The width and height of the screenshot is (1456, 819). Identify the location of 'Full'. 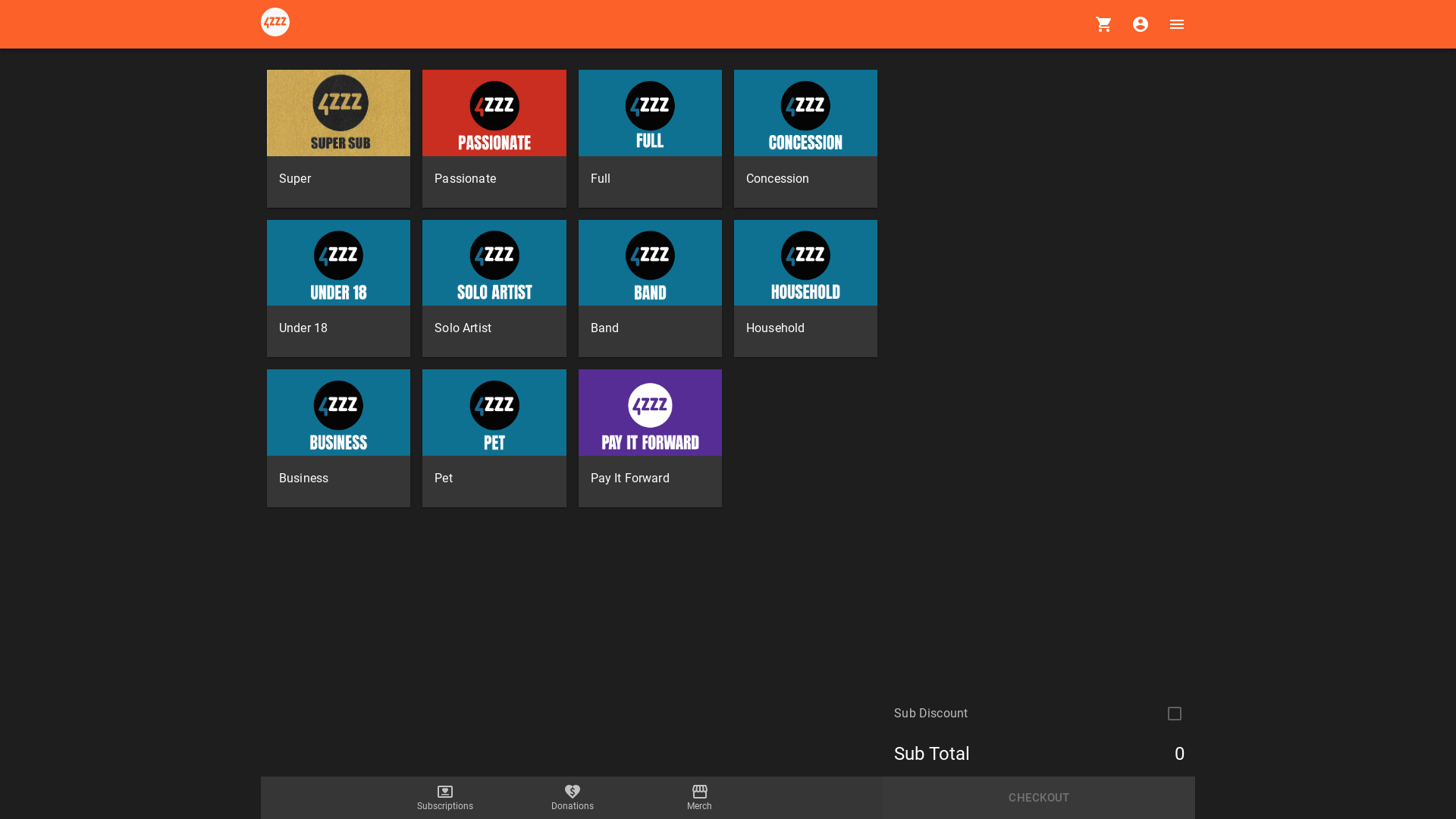
(650, 138).